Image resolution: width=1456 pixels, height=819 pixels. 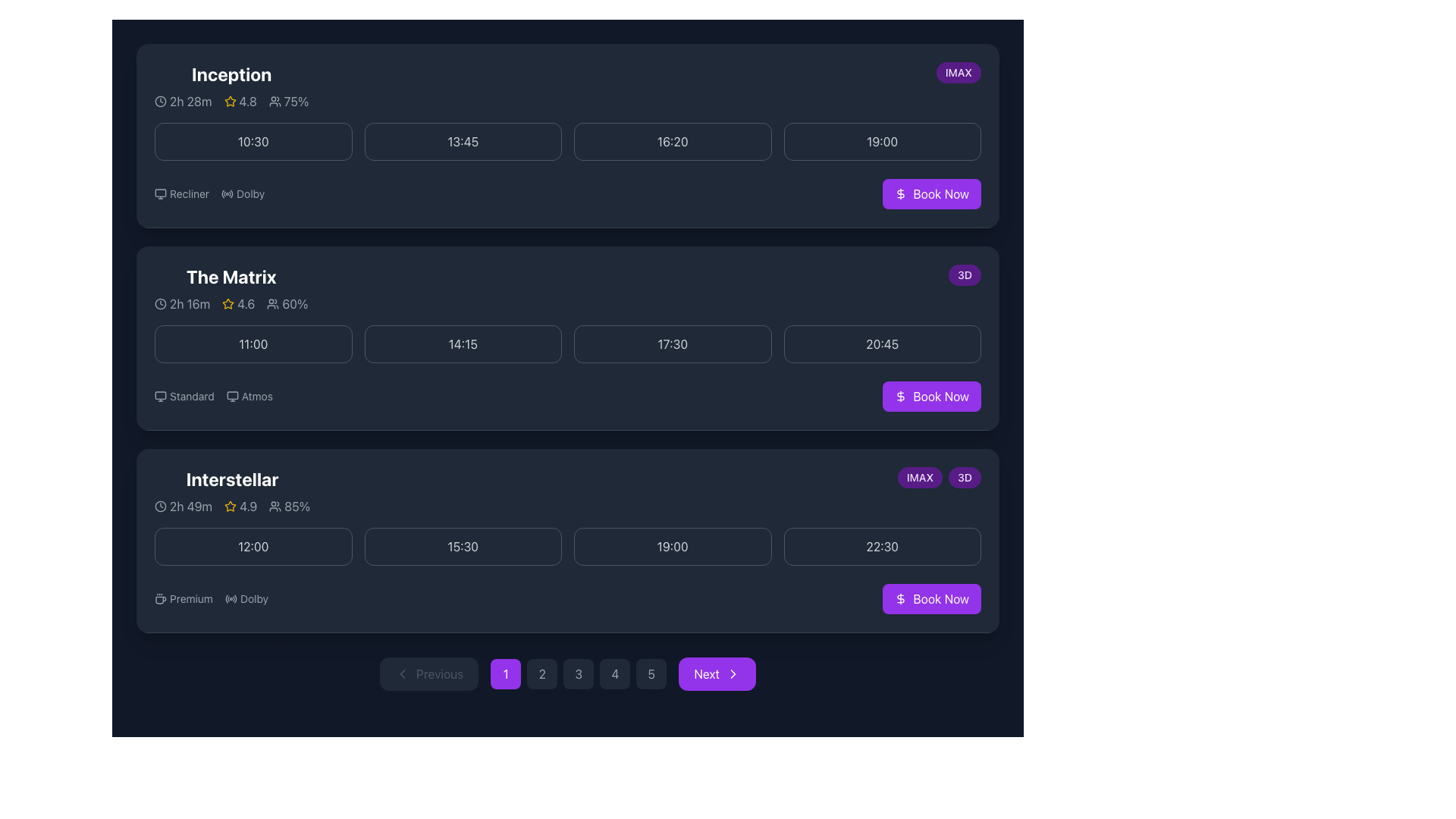 What do you see at coordinates (160, 506) in the screenshot?
I see `the clock-like icon representing the duration of the movie 'Interstellar', located in the description area of the third movie block` at bounding box center [160, 506].